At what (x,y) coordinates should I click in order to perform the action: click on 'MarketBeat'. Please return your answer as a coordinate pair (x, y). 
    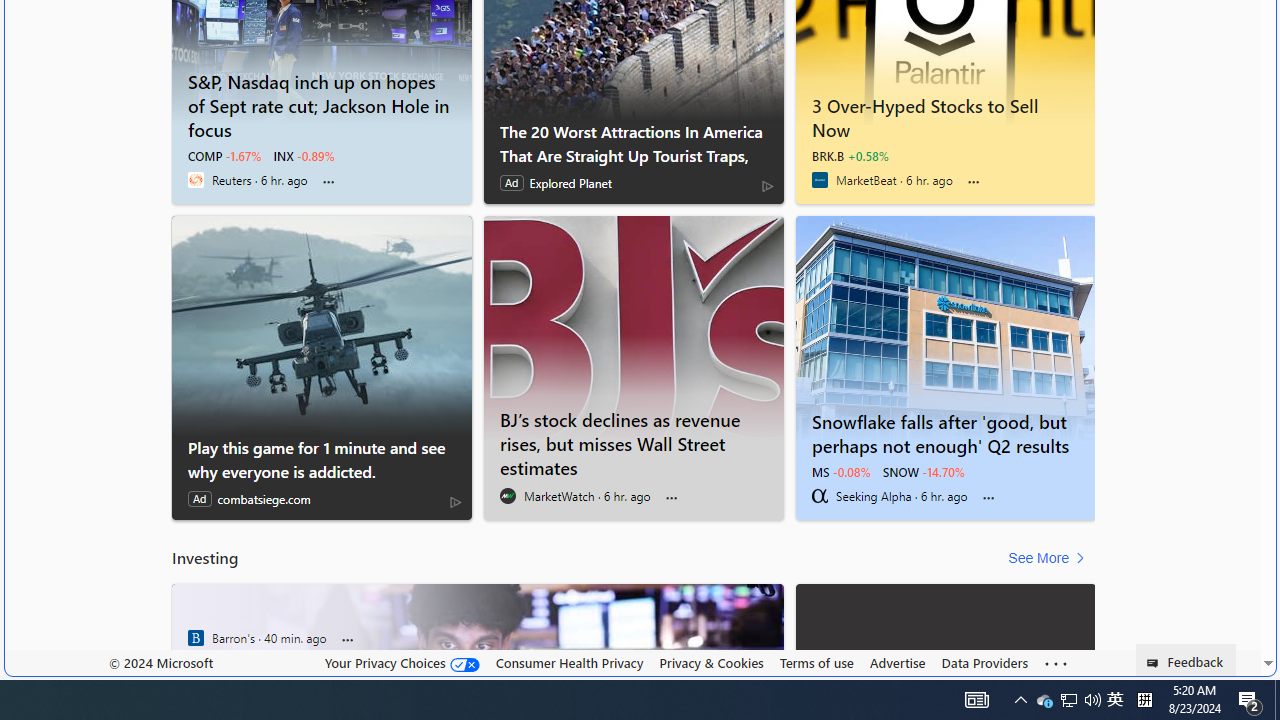
    Looking at the image, I should click on (819, 180).